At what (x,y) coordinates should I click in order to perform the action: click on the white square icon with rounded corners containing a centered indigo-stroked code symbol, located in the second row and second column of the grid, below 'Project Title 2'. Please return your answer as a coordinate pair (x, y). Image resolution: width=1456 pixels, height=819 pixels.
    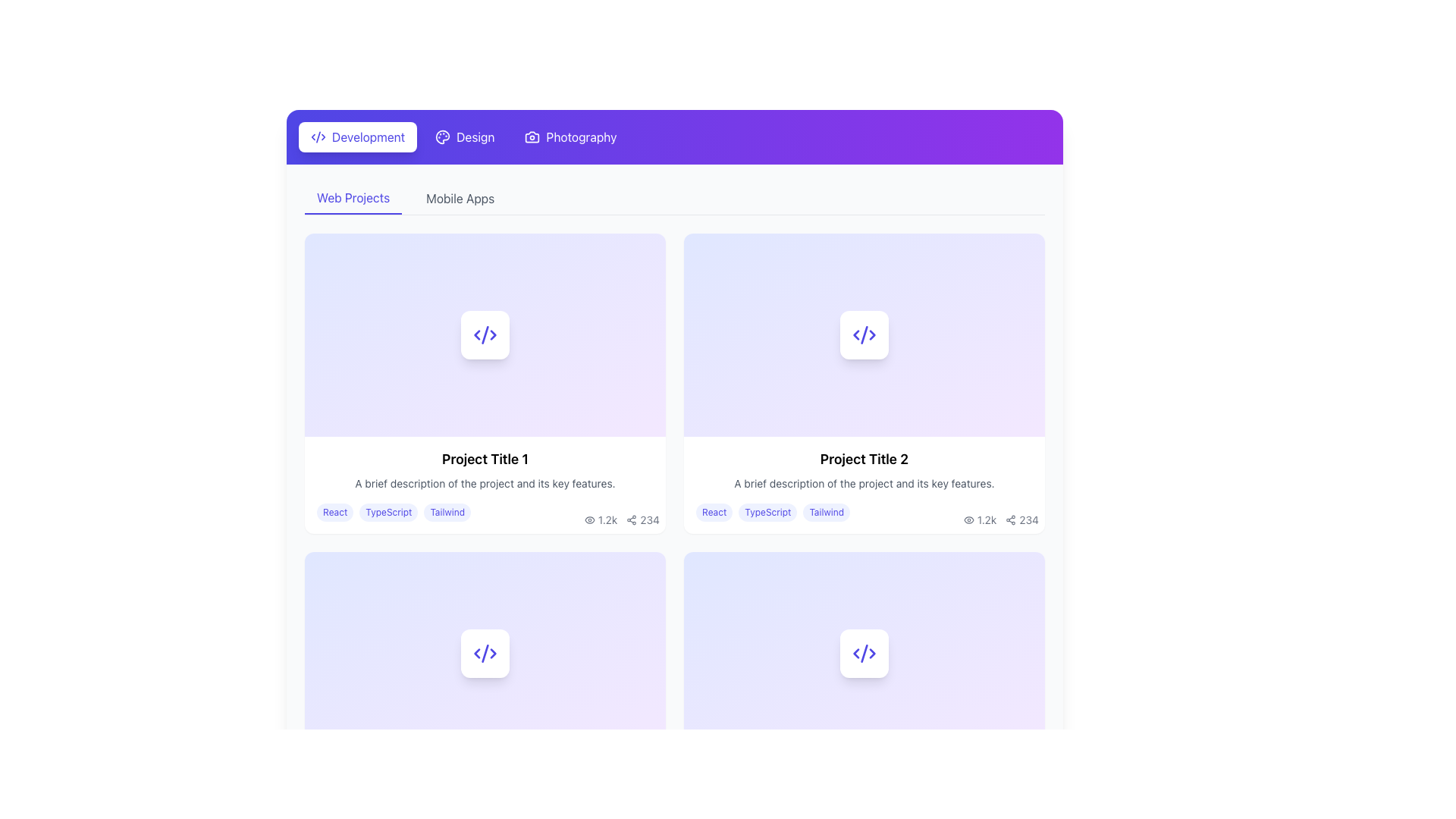
    Looking at the image, I should click on (864, 651).